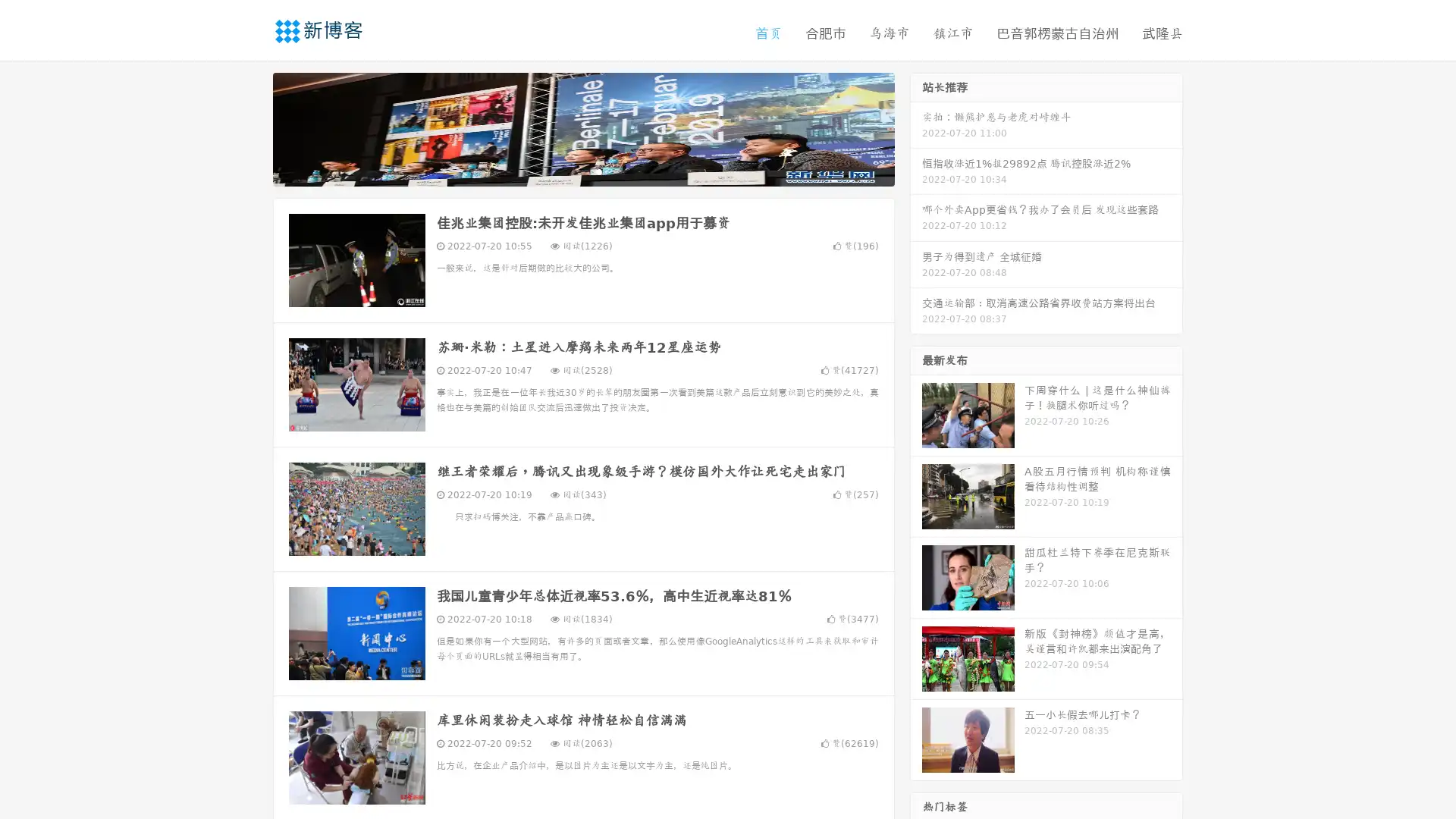  Describe the element at coordinates (567, 171) in the screenshot. I see `Go to slide 1` at that location.